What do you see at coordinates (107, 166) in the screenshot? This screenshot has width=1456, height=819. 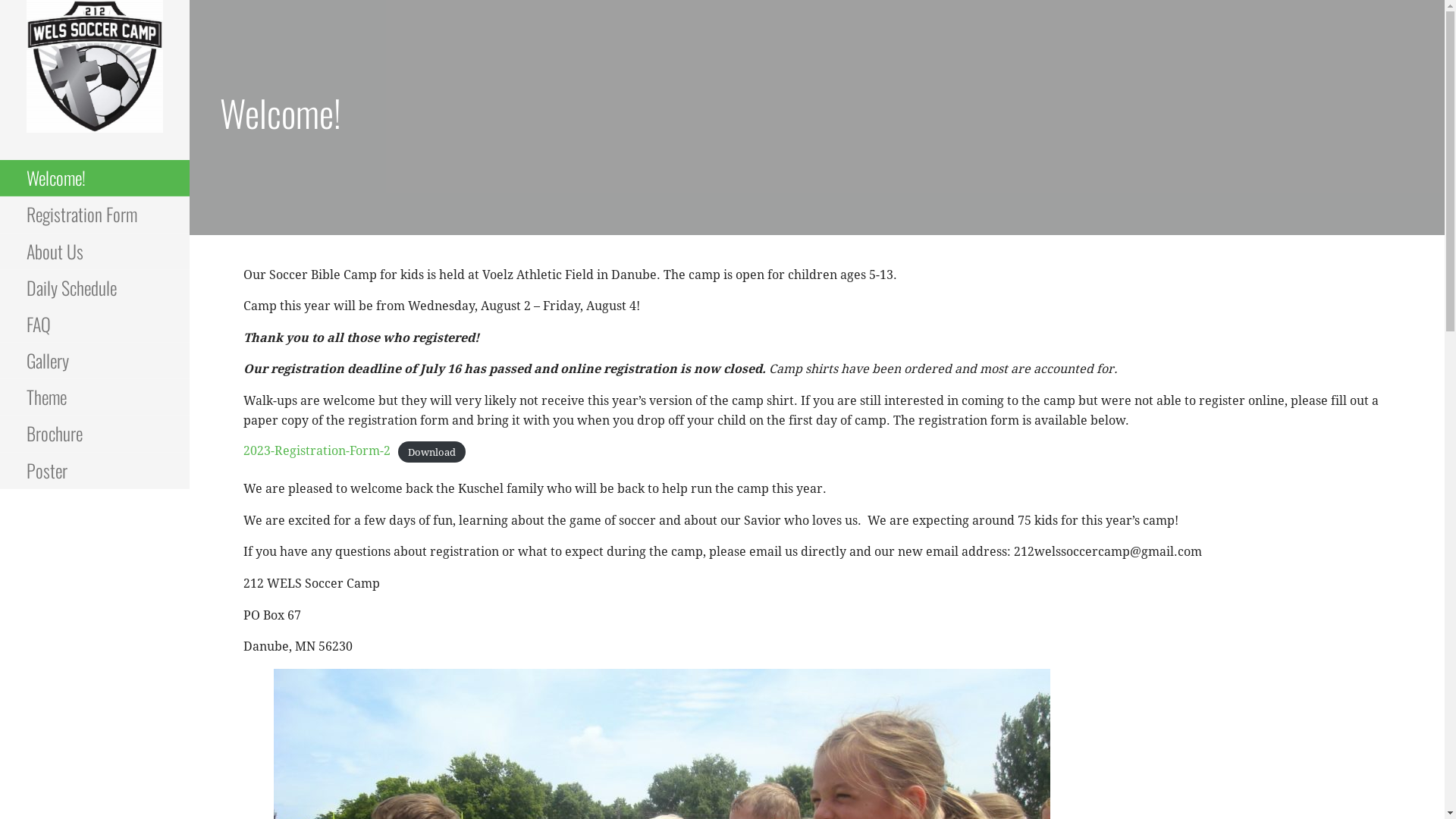 I see `'212 WELS SOCCER CAMP'` at bounding box center [107, 166].